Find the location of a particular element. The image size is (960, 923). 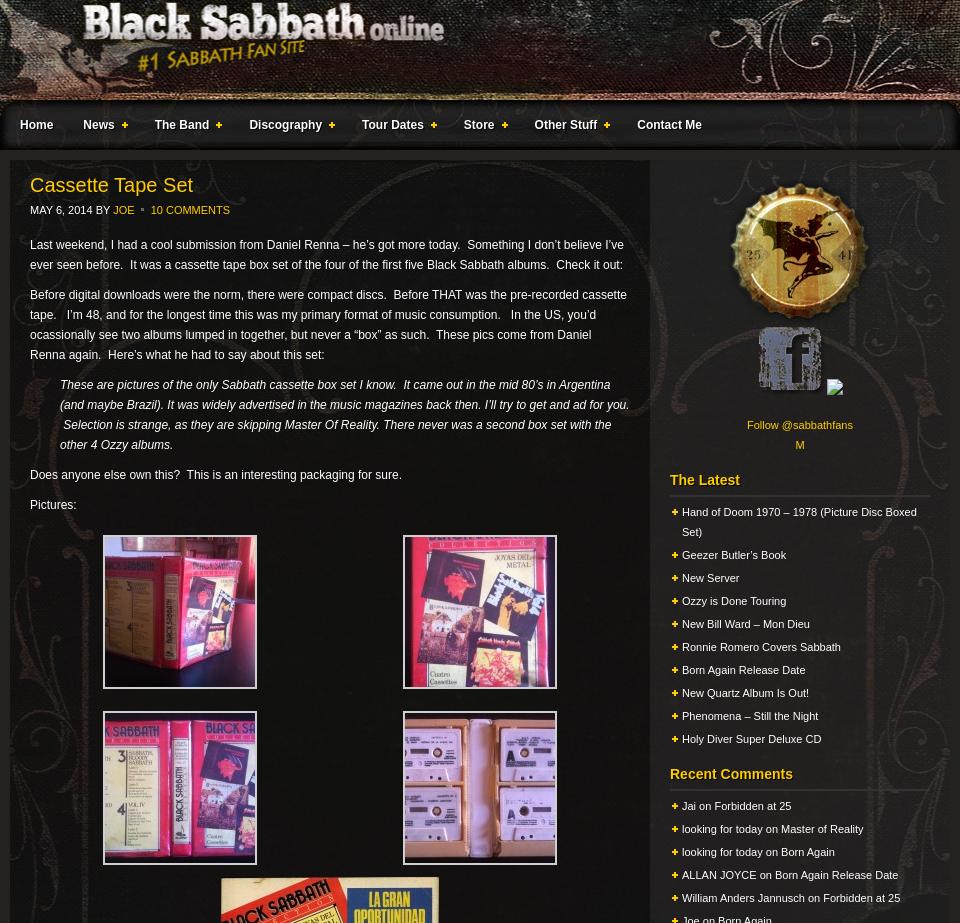

'M' is located at coordinates (799, 444).